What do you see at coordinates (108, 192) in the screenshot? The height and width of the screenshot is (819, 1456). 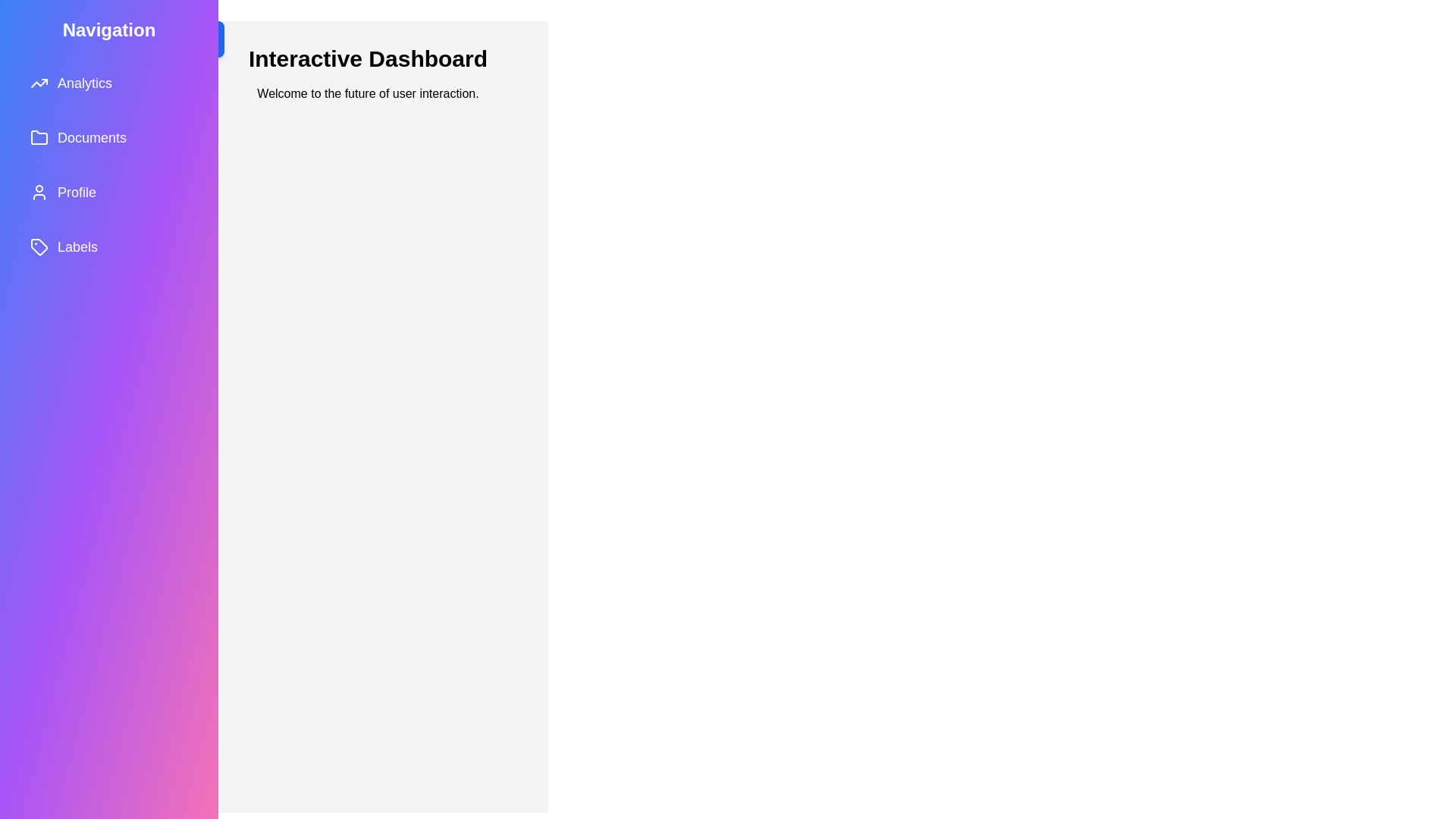 I see `the navigation item Profile in the drawer` at bounding box center [108, 192].